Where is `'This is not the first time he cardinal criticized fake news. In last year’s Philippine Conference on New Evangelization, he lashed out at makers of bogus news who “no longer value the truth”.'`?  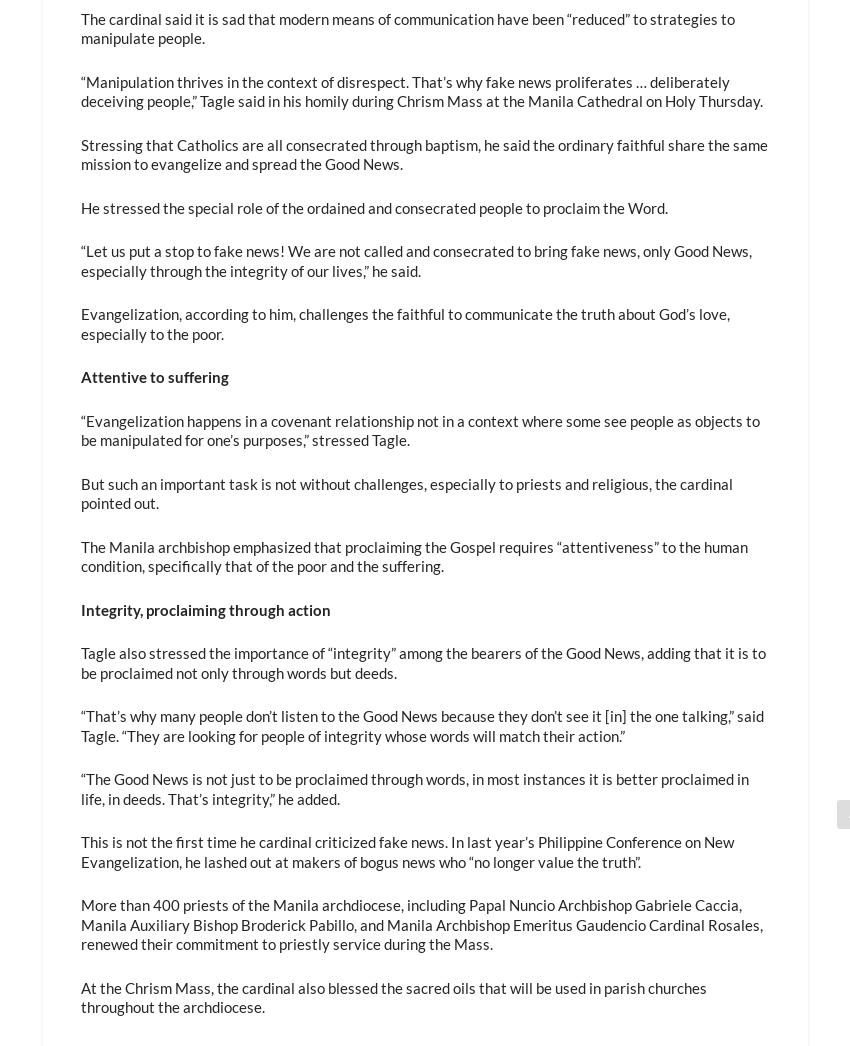 'This is not the first time he cardinal criticized fake news. In last year’s Philippine Conference on New Evangelization, he lashed out at makers of bogus news who “no longer value the truth”.' is located at coordinates (406, 850).